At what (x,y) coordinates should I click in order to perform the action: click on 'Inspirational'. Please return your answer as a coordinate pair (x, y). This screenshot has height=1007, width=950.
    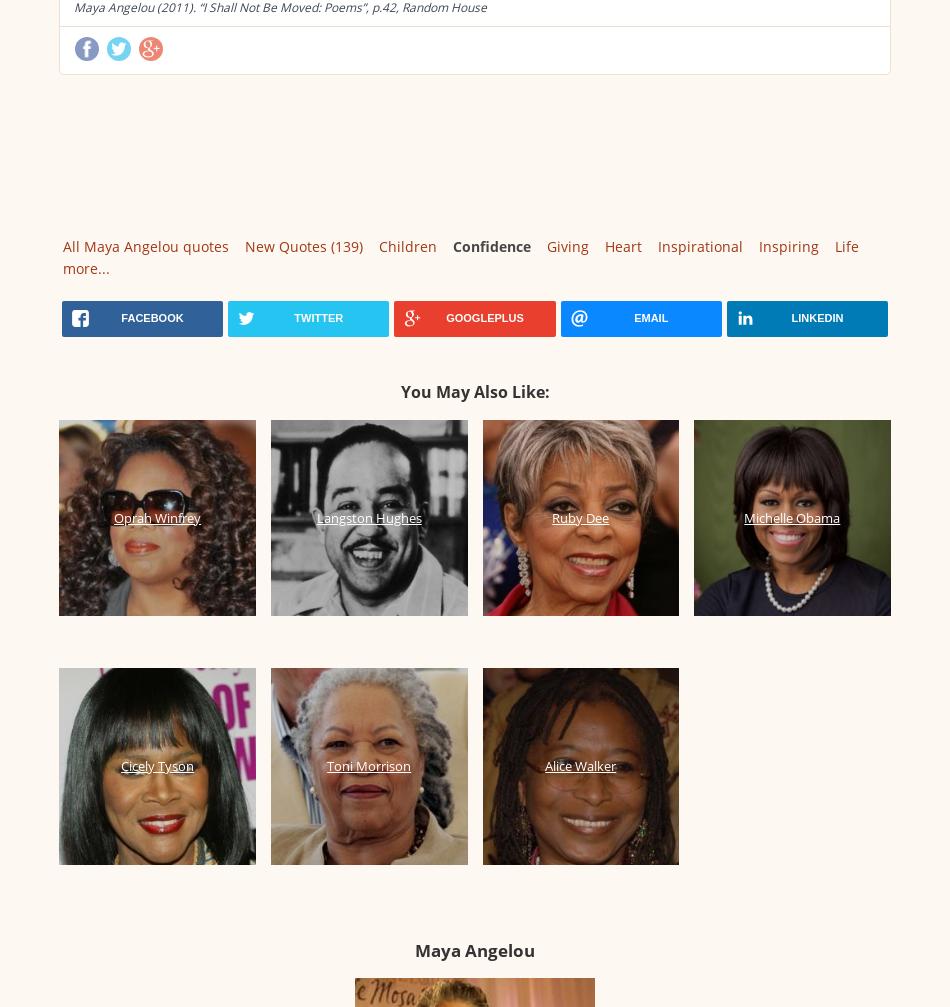
    Looking at the image, I should click on (700, 246).